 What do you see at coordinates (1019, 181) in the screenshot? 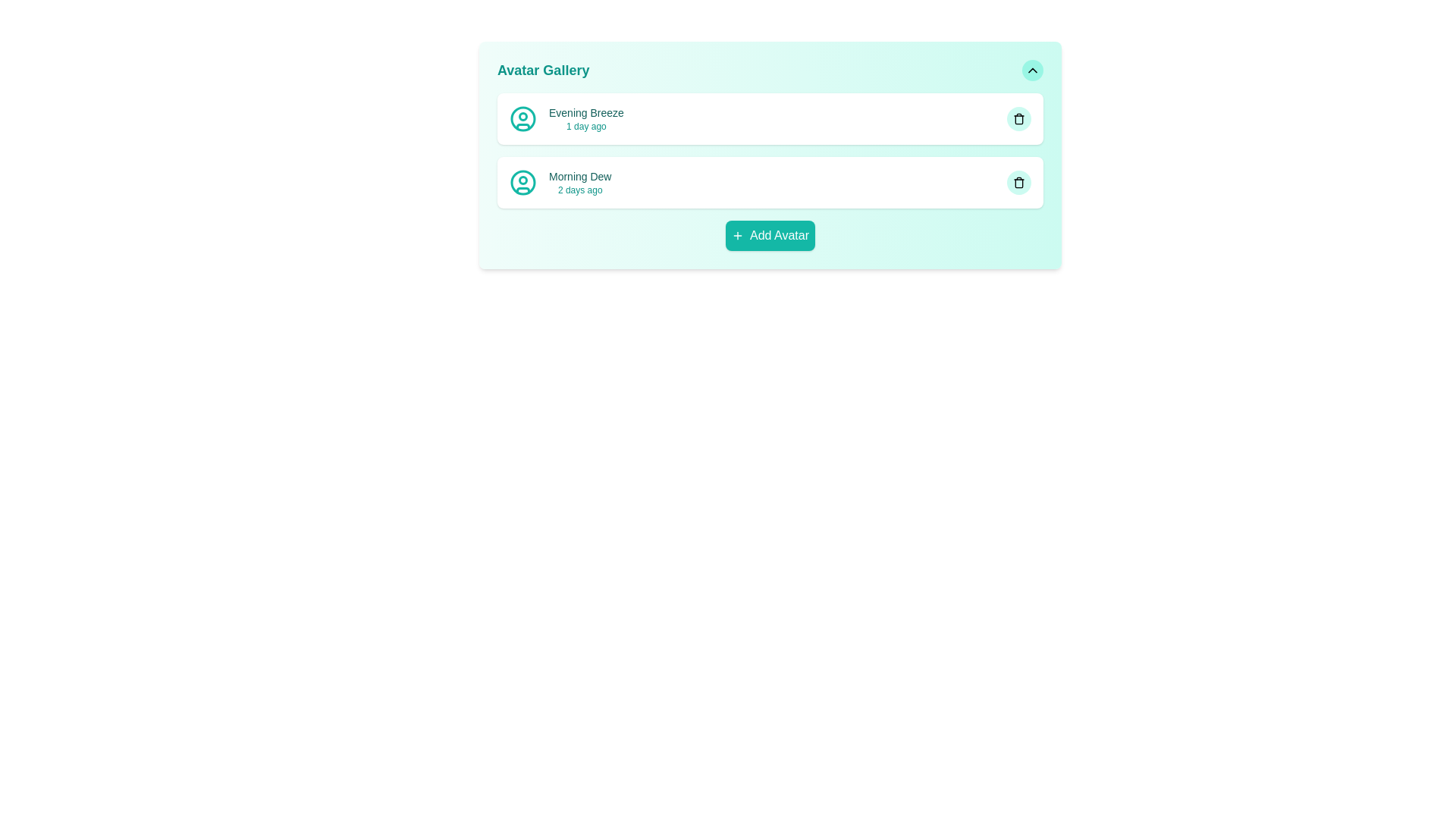
I see `the teal circular delete button (Trash icon) located in the top-right corner of the second list item labeled 'Morning Dew'` at bounding box center [1019, 181].